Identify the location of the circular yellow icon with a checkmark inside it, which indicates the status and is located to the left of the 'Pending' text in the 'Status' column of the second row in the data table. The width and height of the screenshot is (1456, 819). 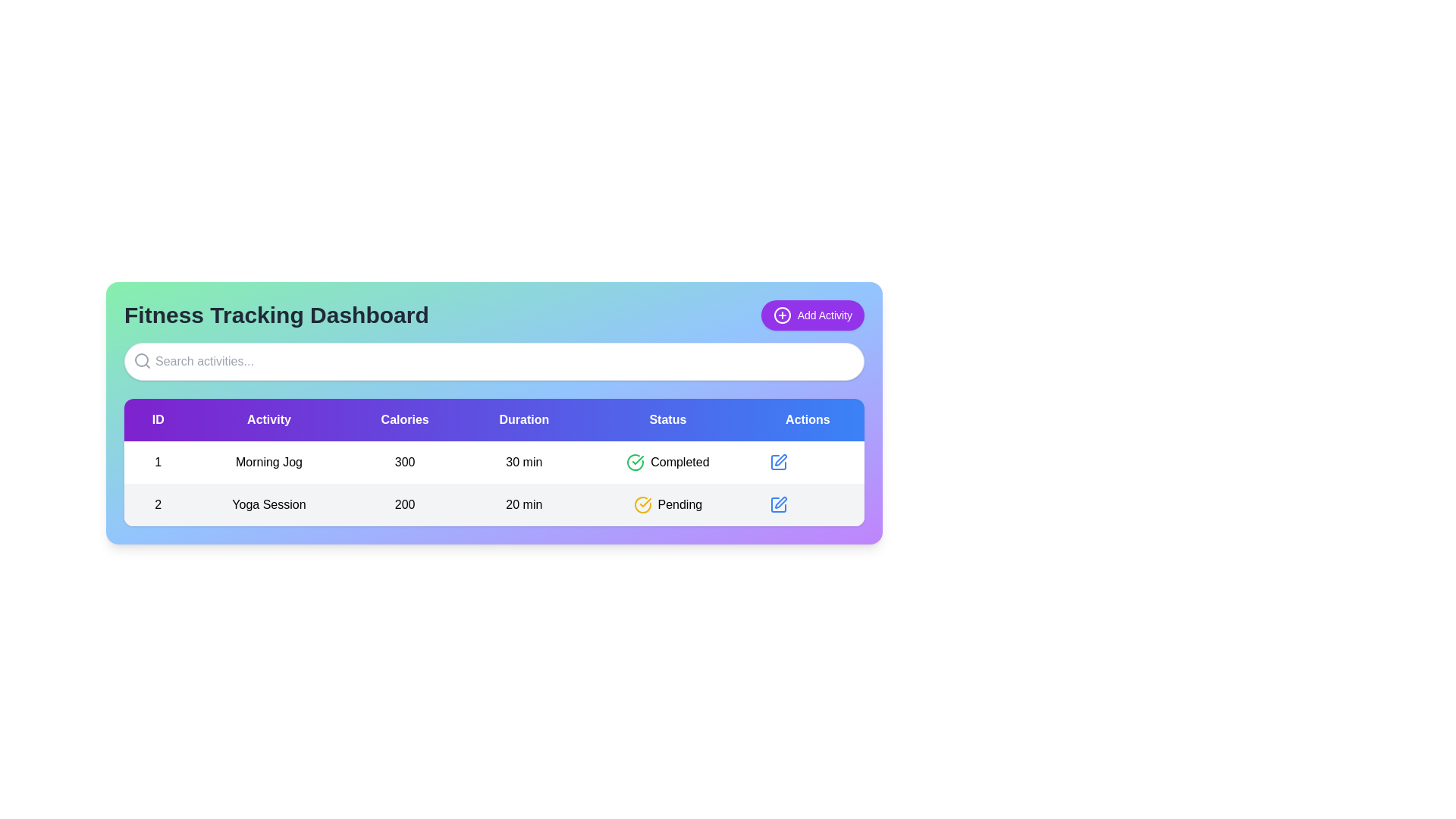
(642, 505).